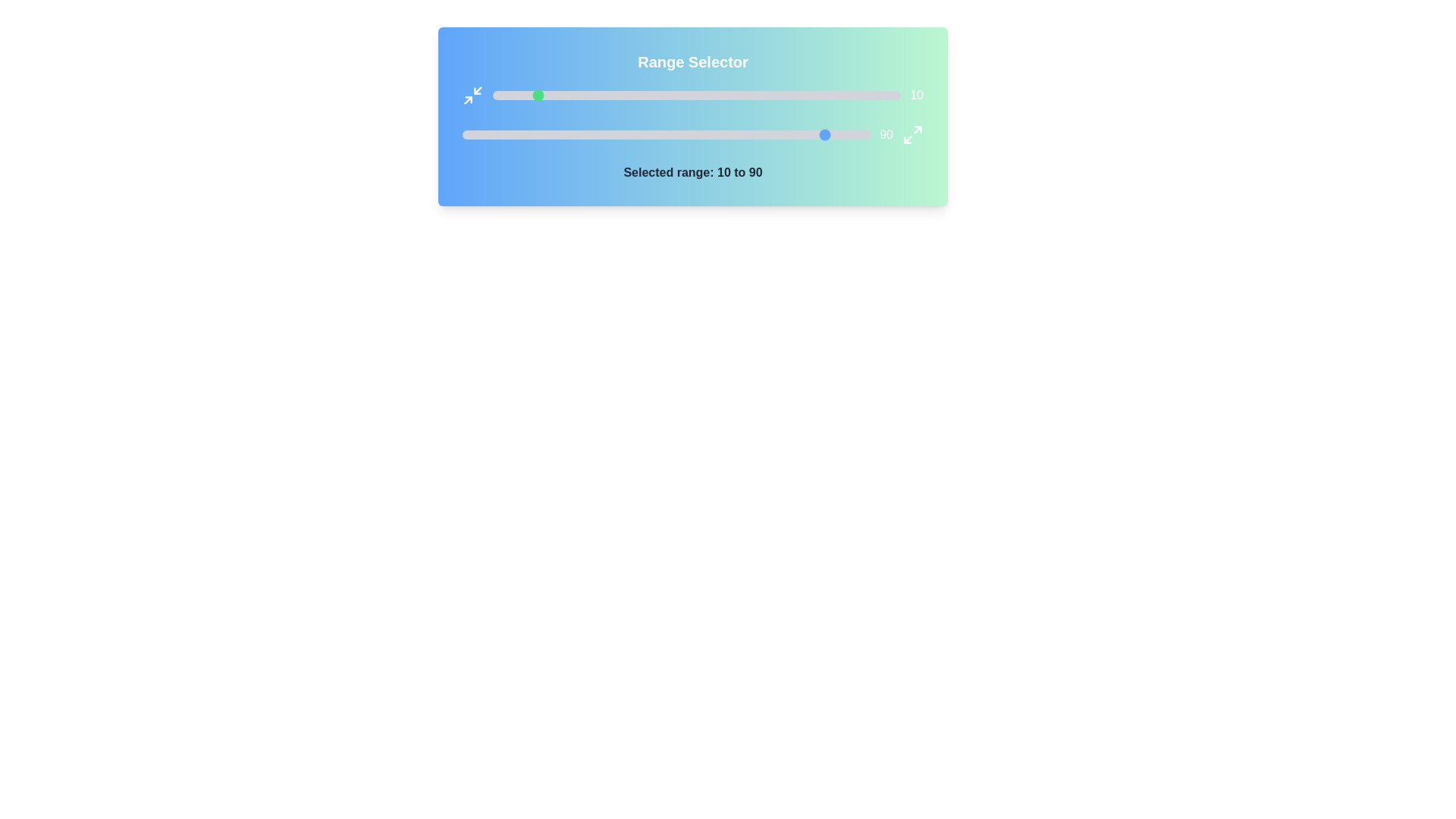 The width and height of the screenshot is (1456, 819). What do you see at coordinates (692, 133) in the screenshot?
I see `the range input slider located below the 'Range Selector' header, which is the second slider for selecting a value between 0 and 100, to directly set the value` at bounding box center [692, 133].